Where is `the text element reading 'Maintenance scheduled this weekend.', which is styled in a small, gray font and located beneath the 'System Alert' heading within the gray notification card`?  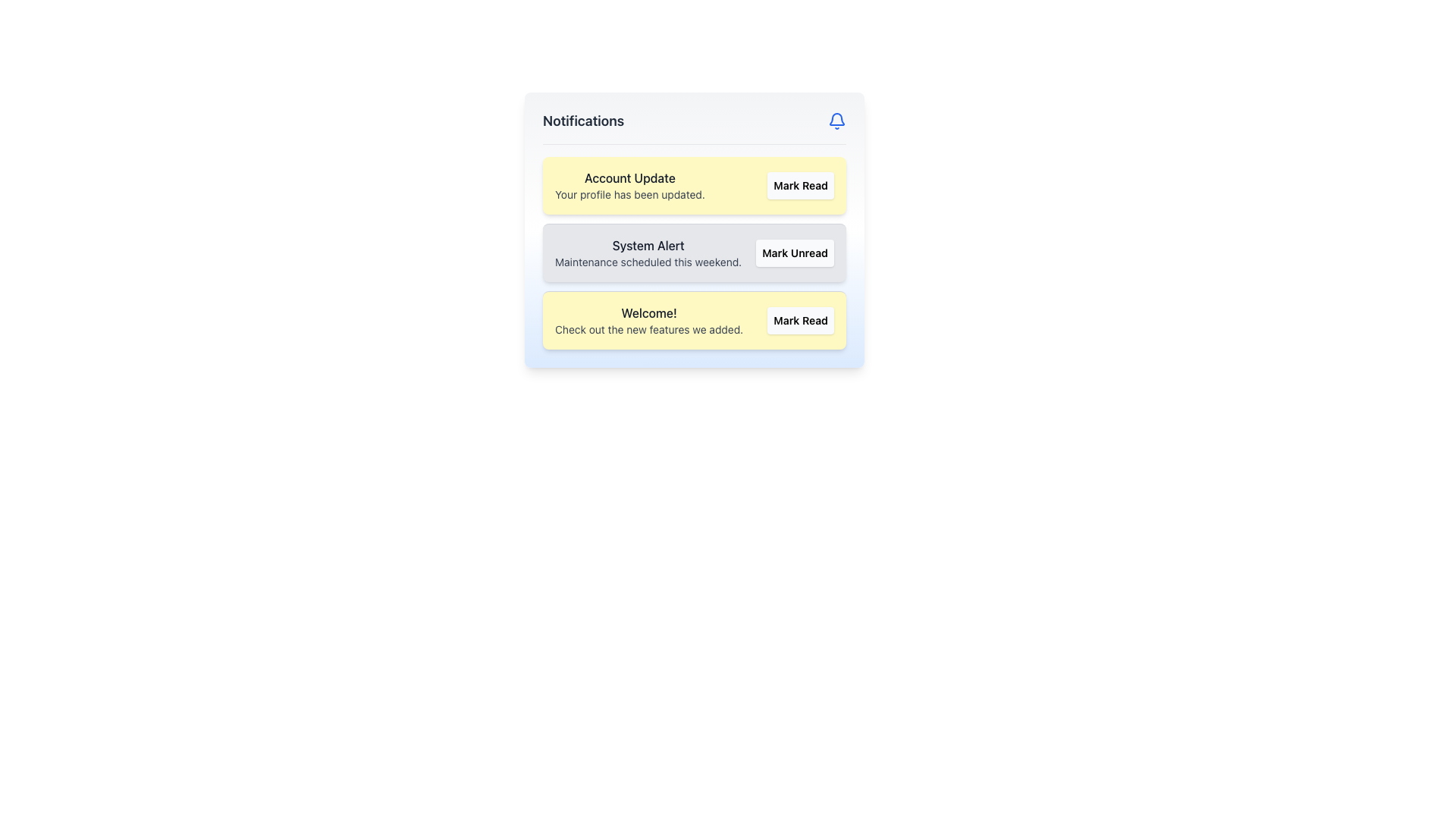
the text element reading 'Maintenance scheduled this weekend.', which is styled in a small, gray font and located beneath the 'System Alert' heading within the gray notification card is located at coordinates (648, 262).